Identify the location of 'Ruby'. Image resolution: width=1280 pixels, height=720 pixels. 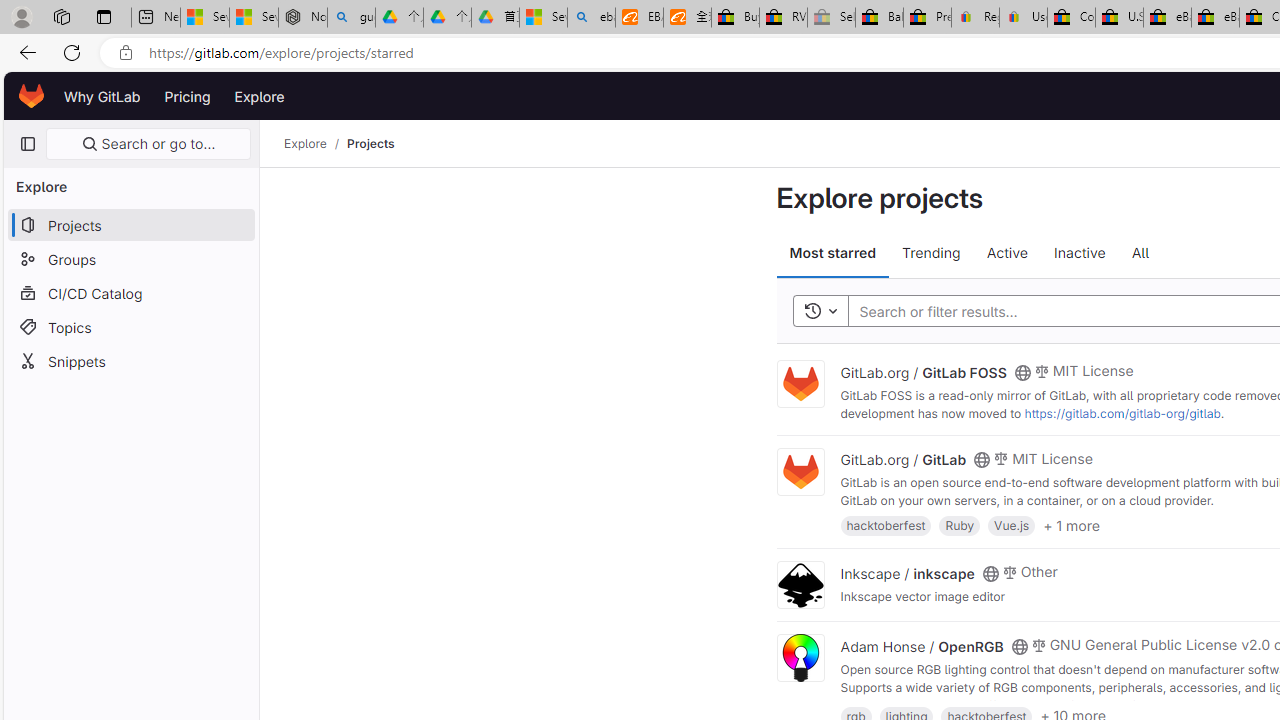
(960, 524).